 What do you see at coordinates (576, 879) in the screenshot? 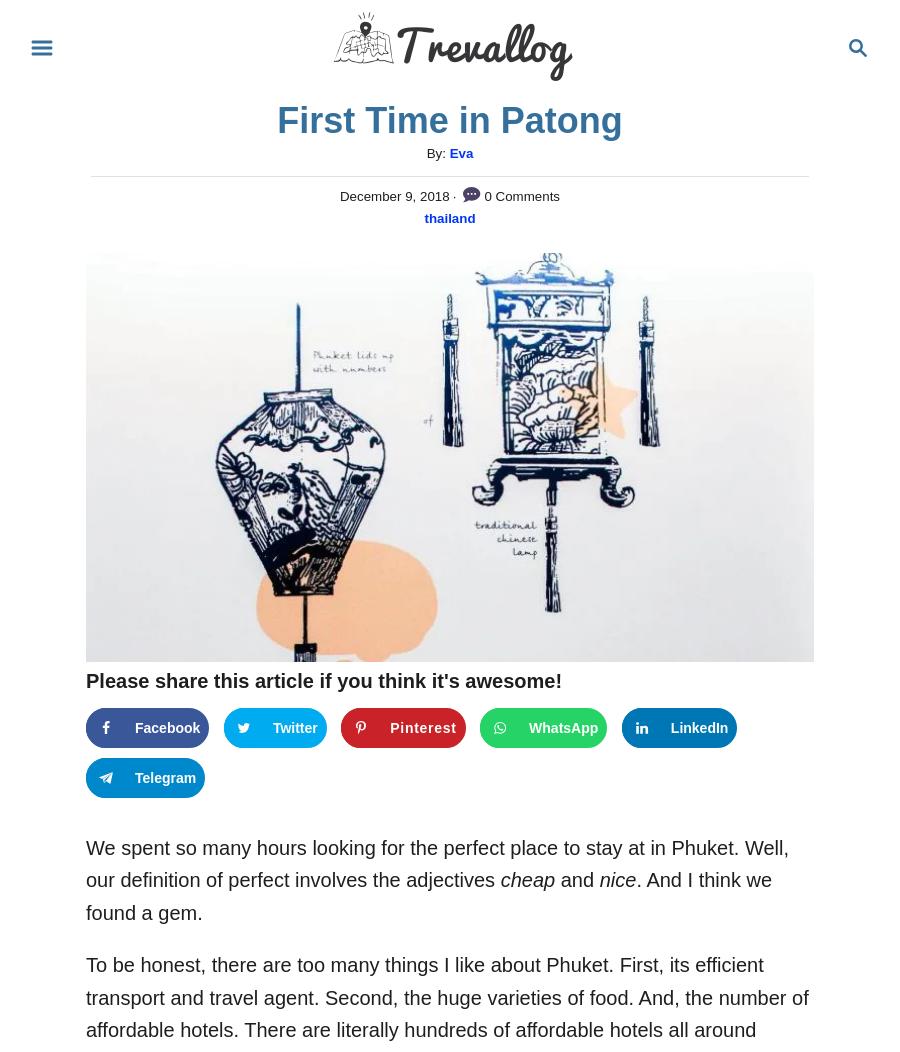
I see `'and'` at bounding box center [576, 879].